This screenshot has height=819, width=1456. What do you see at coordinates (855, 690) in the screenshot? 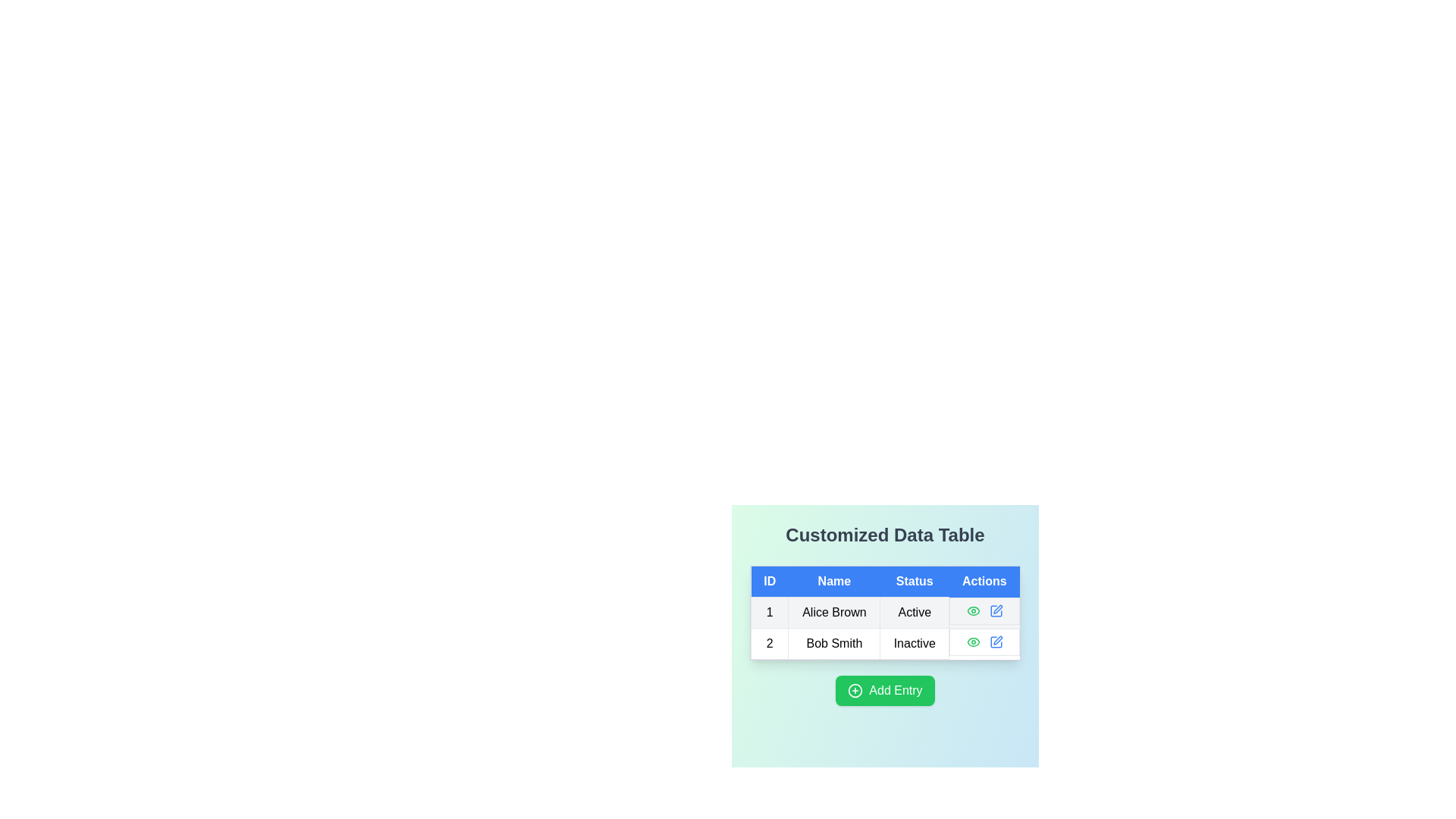
I see `the green 'Add Entry' button that contains the icon for adding new entries to the data table` at bounding box center [855, 690].